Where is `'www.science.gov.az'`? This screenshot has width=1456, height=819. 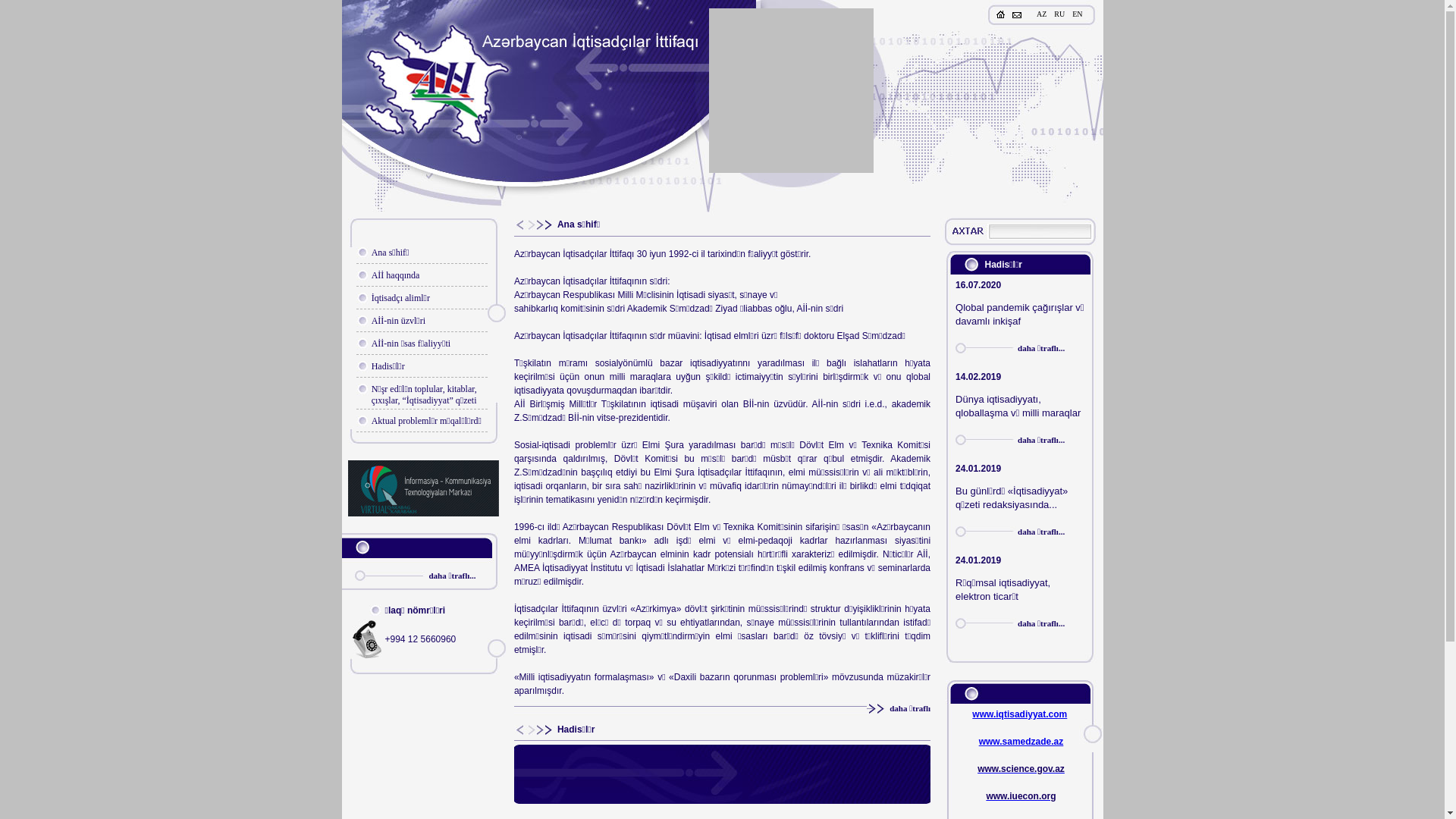 'www.science.gov.az' is located at coordinates (1021, 769).